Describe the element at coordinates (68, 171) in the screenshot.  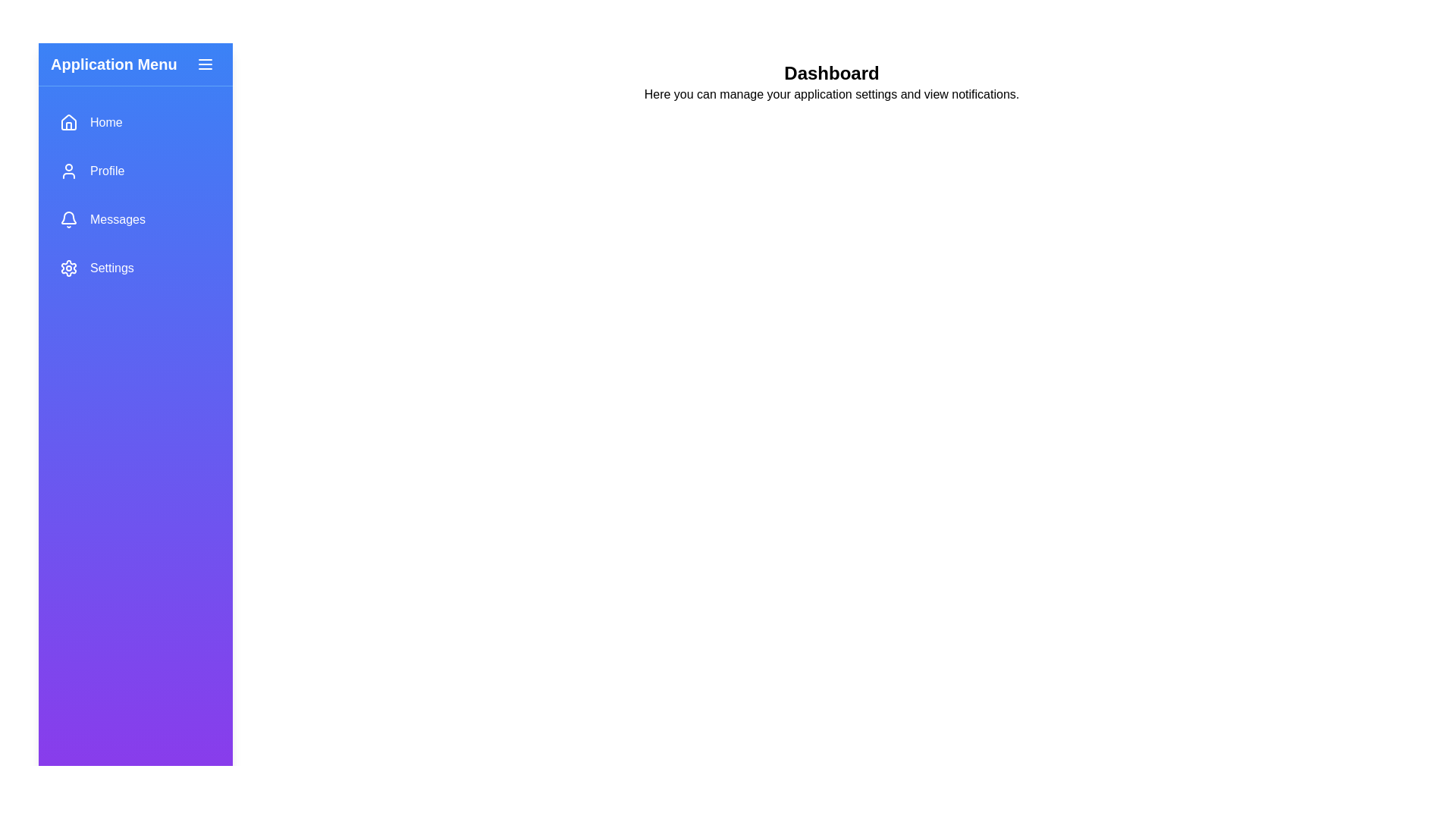
I see `the user profile icon, which is a simple outline of a person located in the blue section of the navigation menu, next to the 'Profile' text` at that location.